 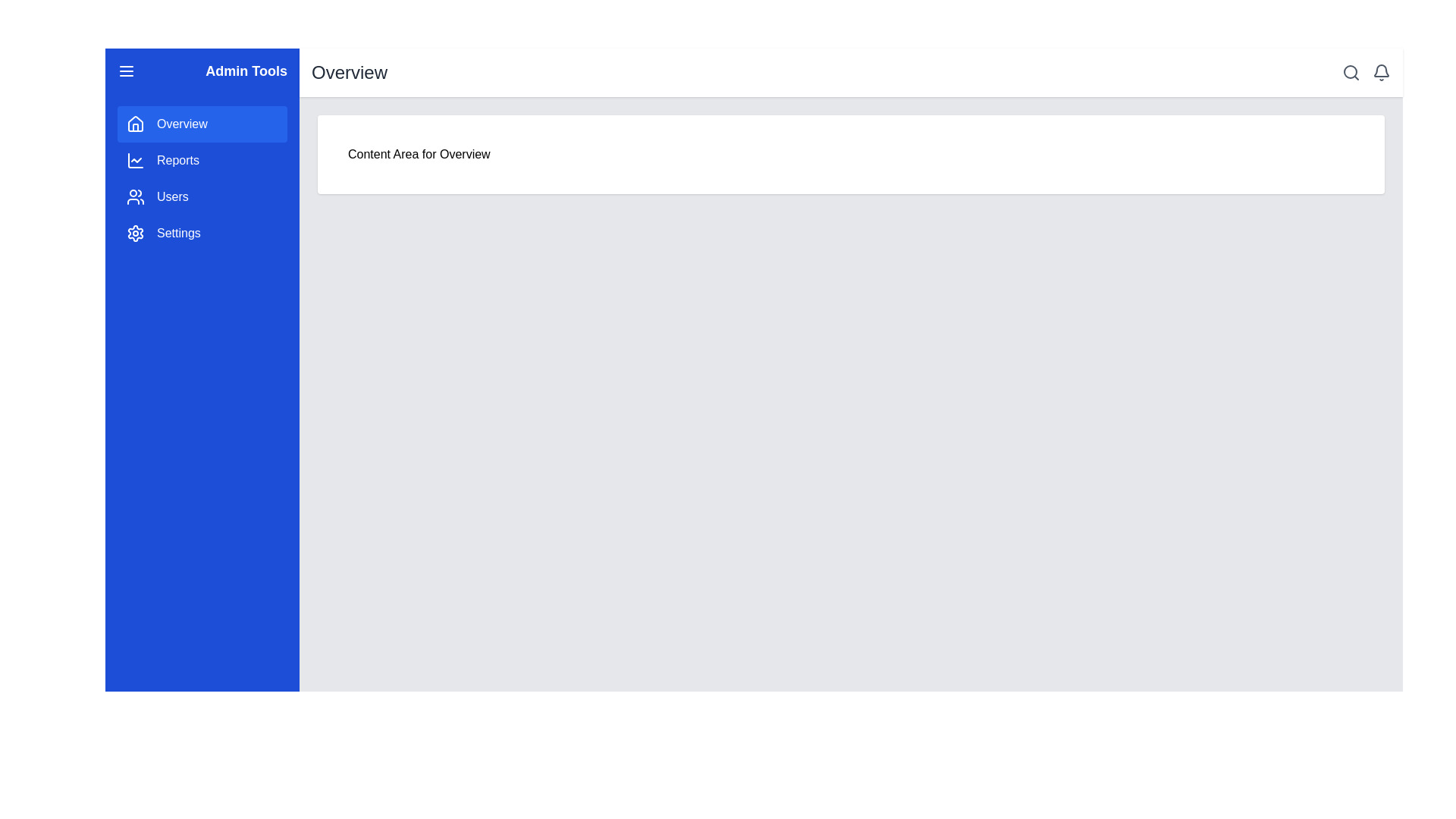 I want to click on the bell icon located in the top right corner of the header bar, so click(x=1366, y=73).